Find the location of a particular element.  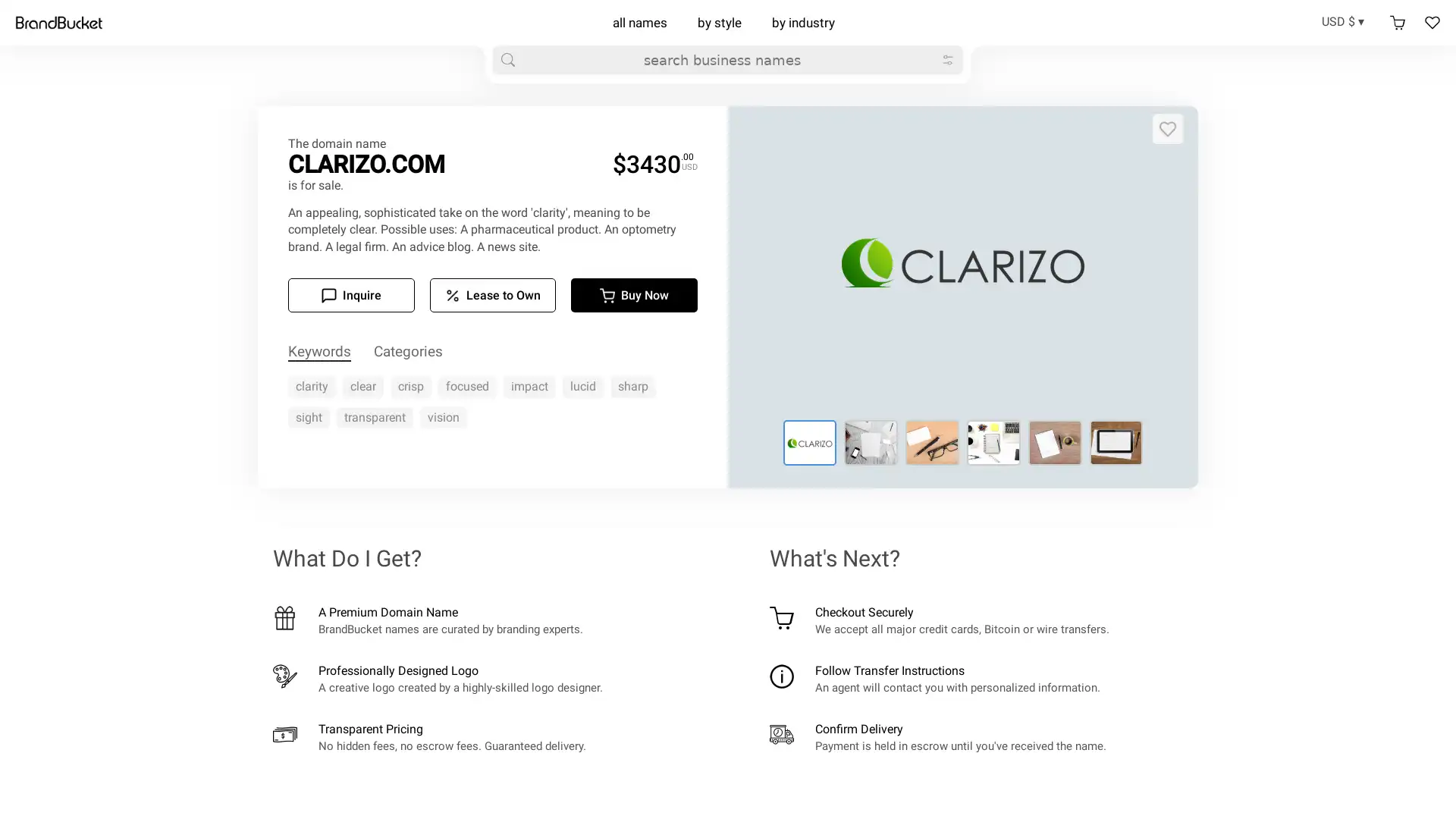

Add to favorites is located at coordinates (1167, 127).